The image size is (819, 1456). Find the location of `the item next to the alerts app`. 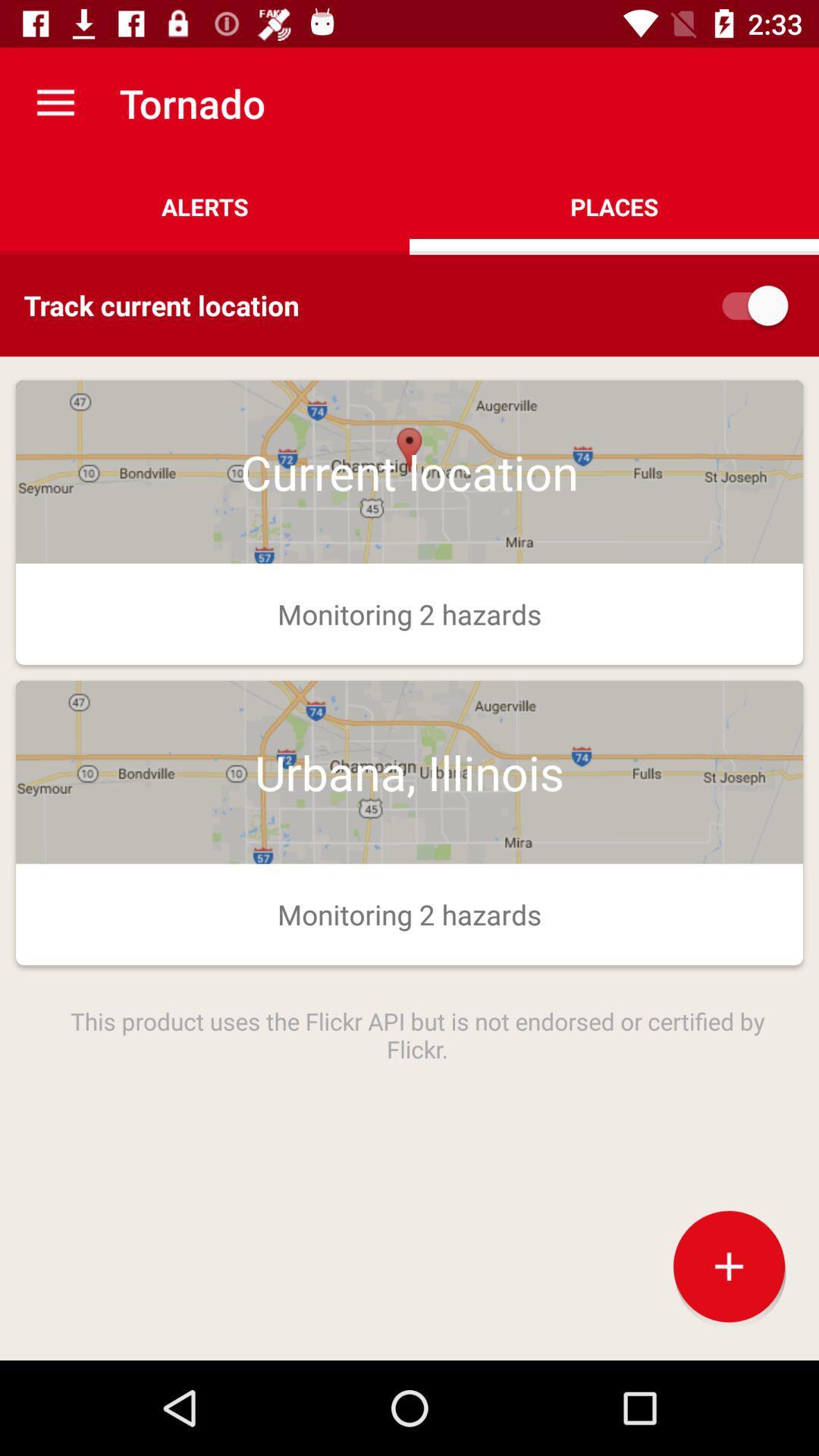

the item next to the alerts app is located at coordinates (614, 206).